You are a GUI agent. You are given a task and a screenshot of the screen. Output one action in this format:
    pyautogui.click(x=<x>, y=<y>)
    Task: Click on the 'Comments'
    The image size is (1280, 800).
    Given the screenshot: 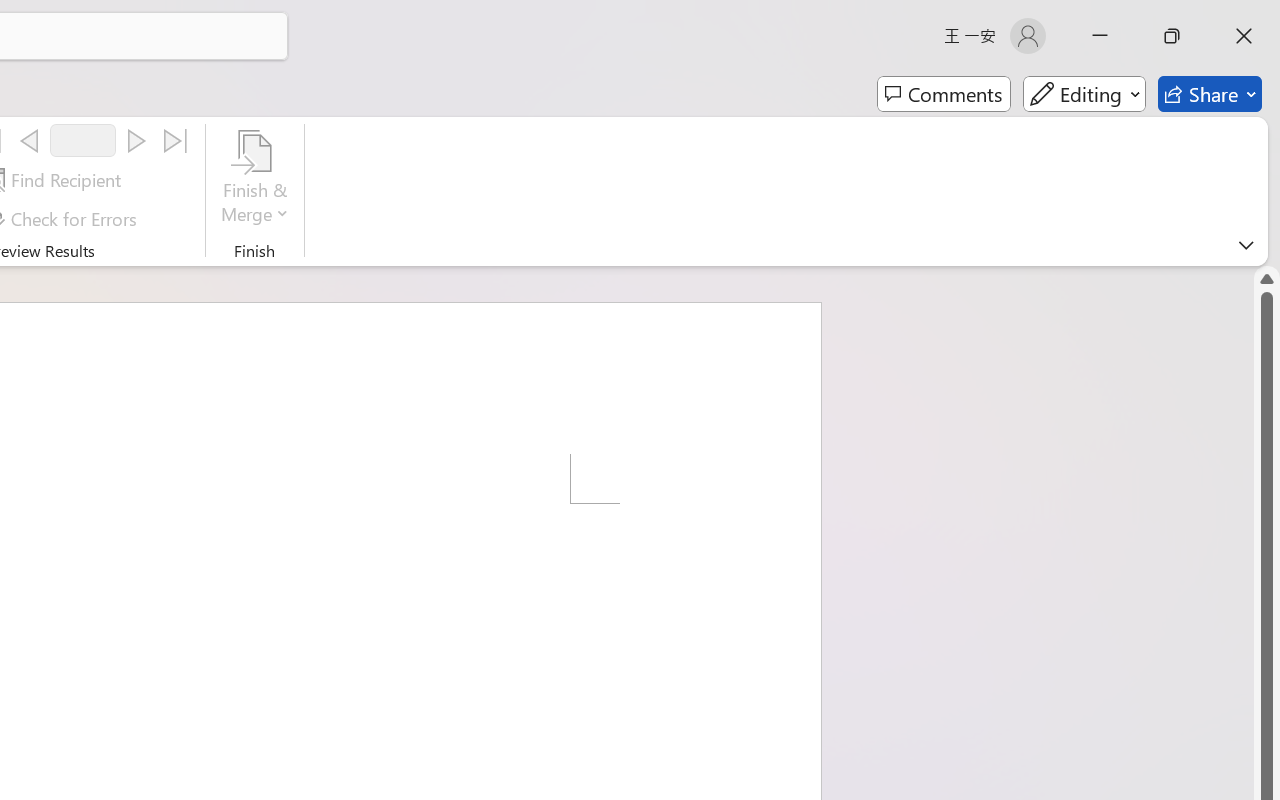 What is the action you would take?
    pyautogui.click(x=943, y=94)
    